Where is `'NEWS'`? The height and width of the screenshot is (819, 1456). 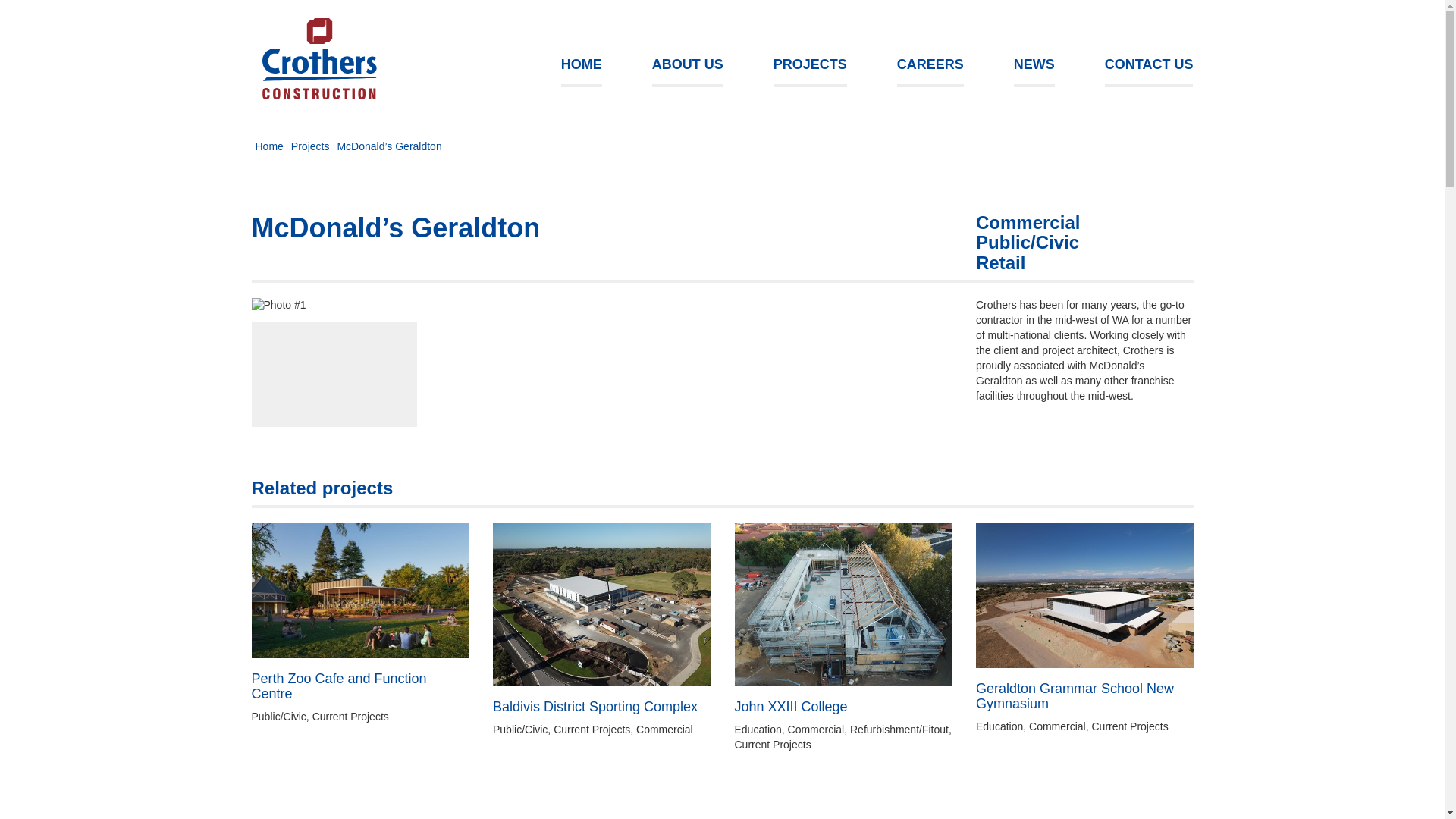 'NEWS' is located at coordinates (1033, 65).